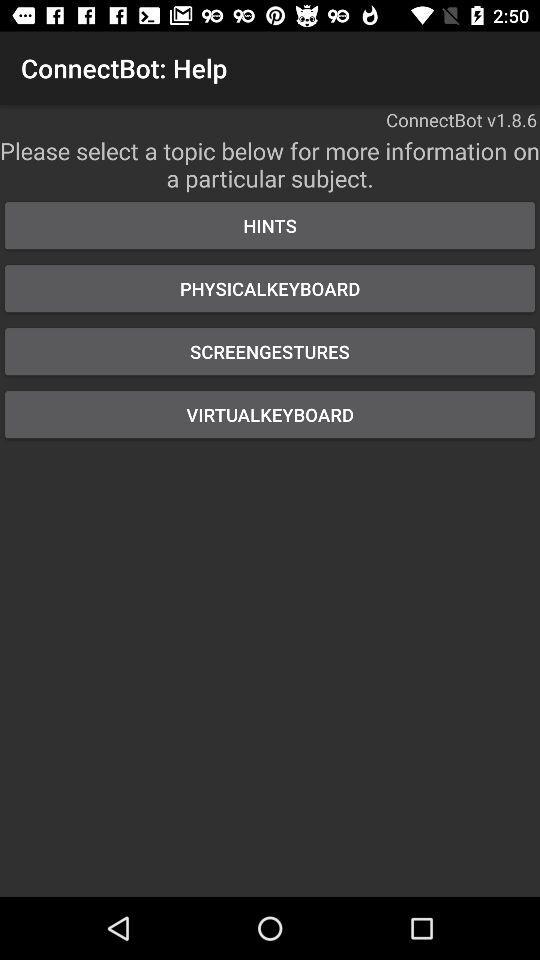 This screenshot has width=540, height=960. What do you see at coordinates (270, 351) in the screenshot?
I see `the button above virtualkeyboard icon` at bounding box center [270, 351].